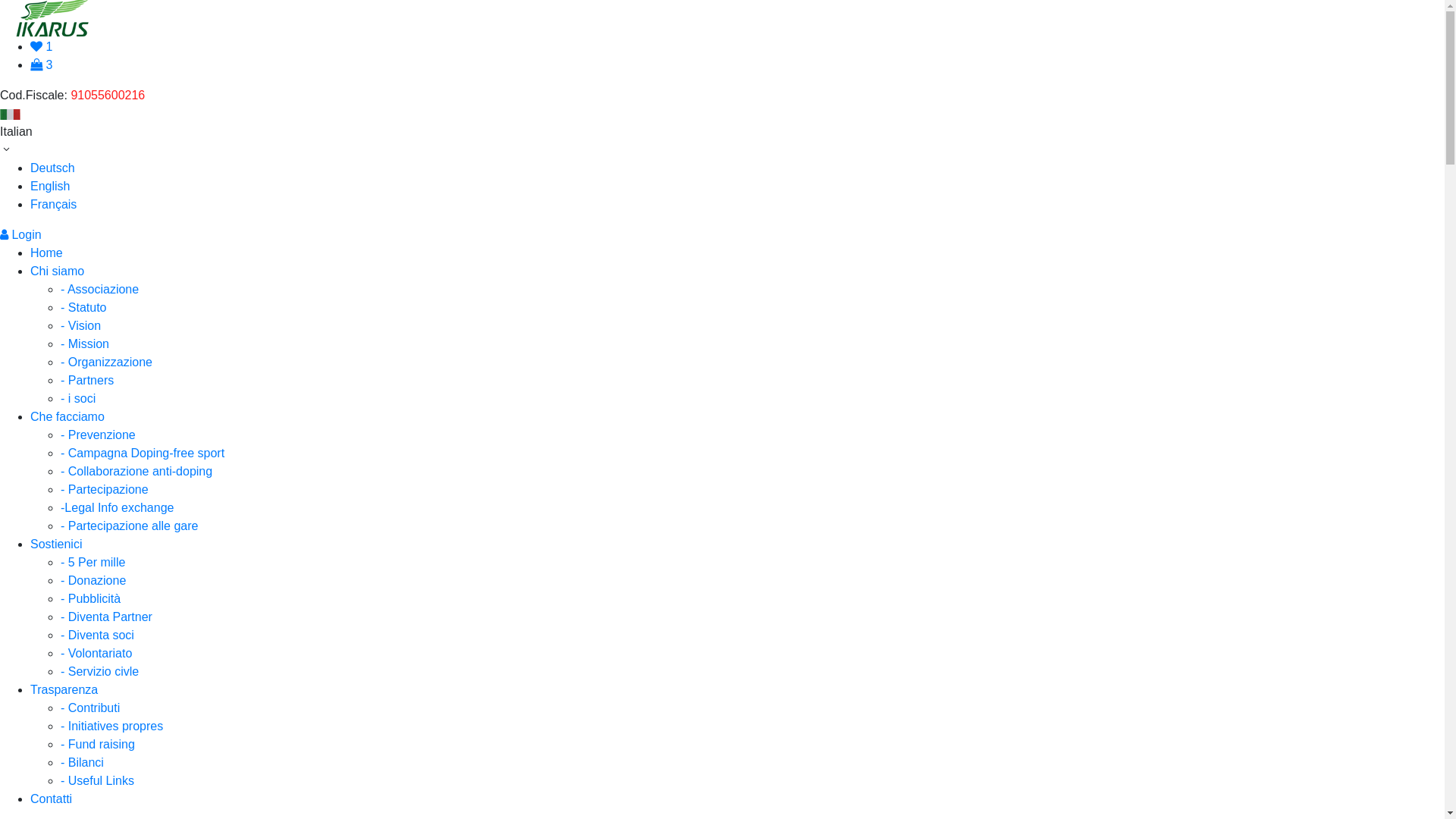  Describe the element at coordinates (61, 743) in the screenshot. I see `'- Fund raising'` at that location.